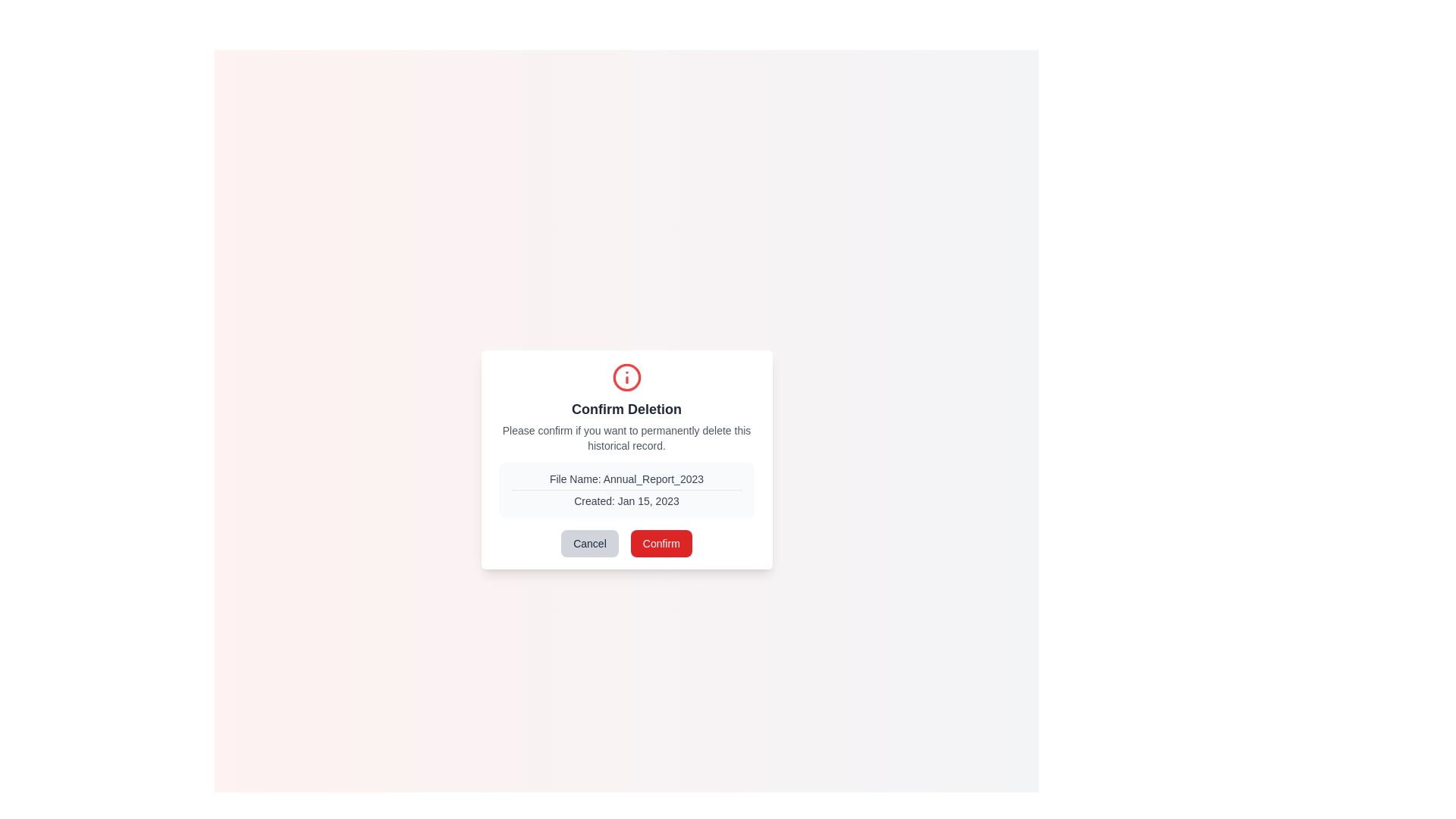 Image resolution: width=1456 pixels, height=819 pixels. Describe the element at coordinates (626, 376) in the screenshot. I see `the informational icon located centrally at the top of the 'Confirm Deletion' dialog box` at that location.